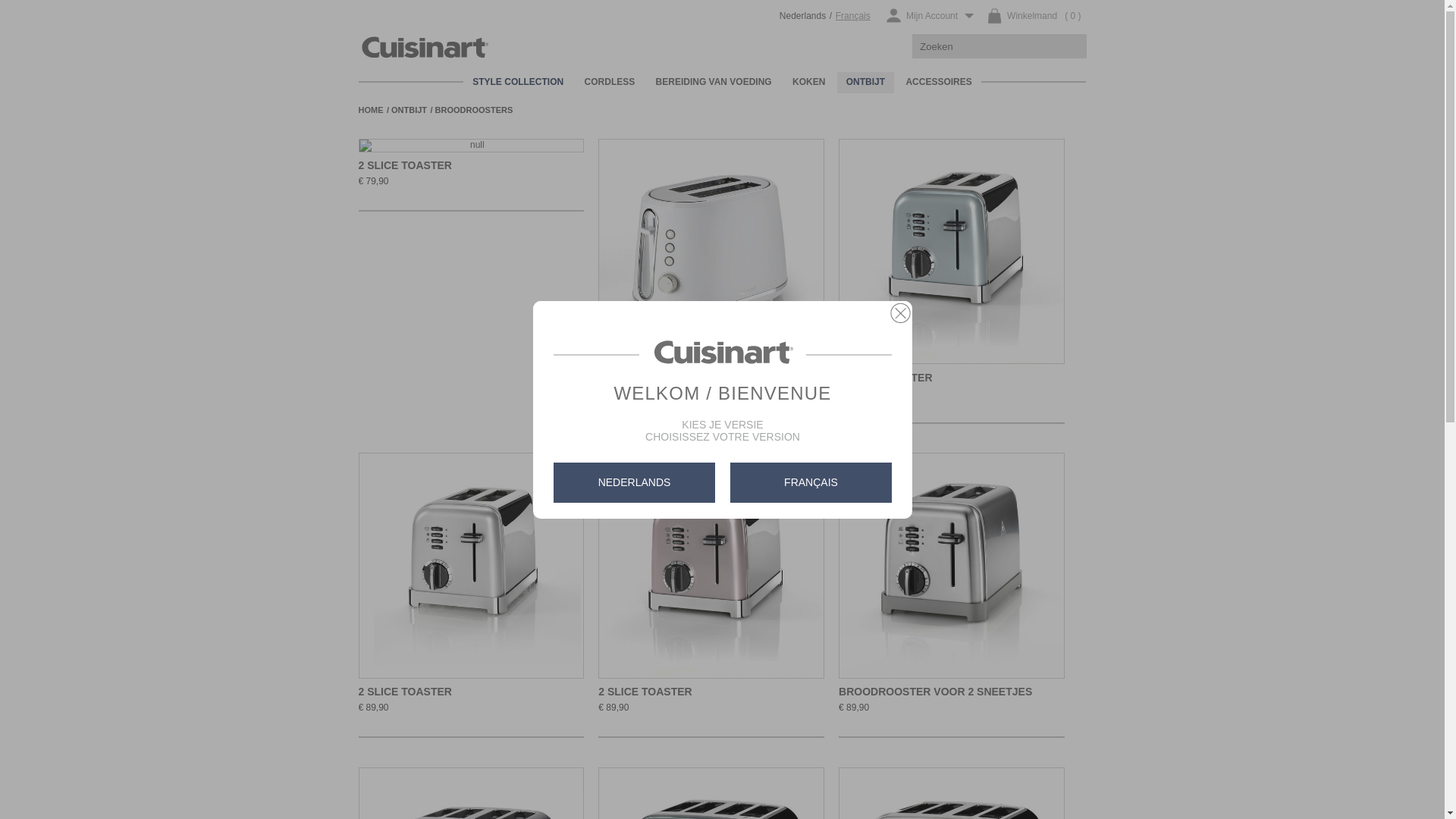 Image resolution: width=1456 pixels, height=819 pixels. What do you see at coordinates (779, 16) in the screenshot?
I see `'Nederlands'` at bounding box center [779, 16].